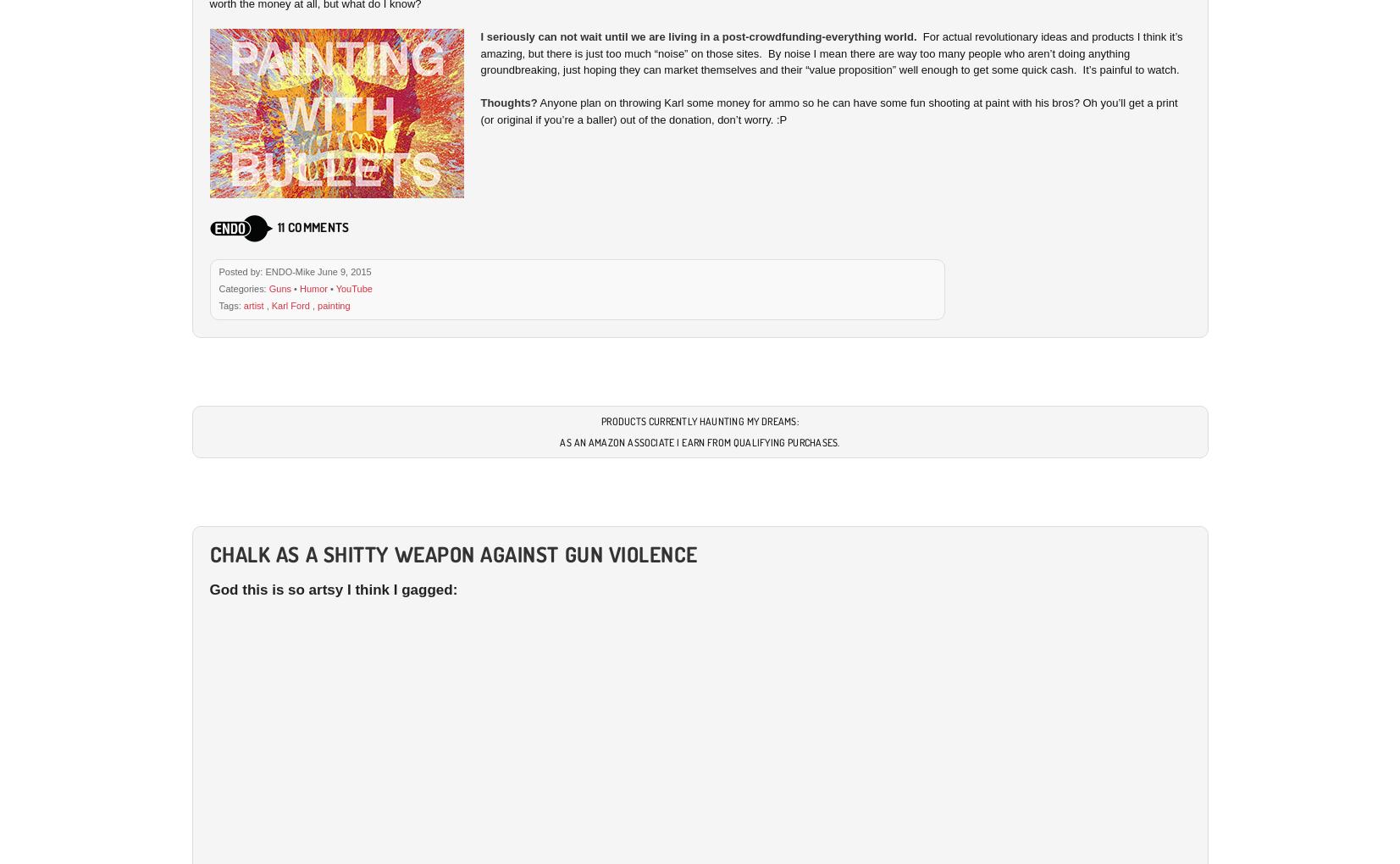 The height and width of the screenshot is (864, 1400). Describe the element at coordinates (333, 303) in the screenshot. I see `'painting'` at that location.